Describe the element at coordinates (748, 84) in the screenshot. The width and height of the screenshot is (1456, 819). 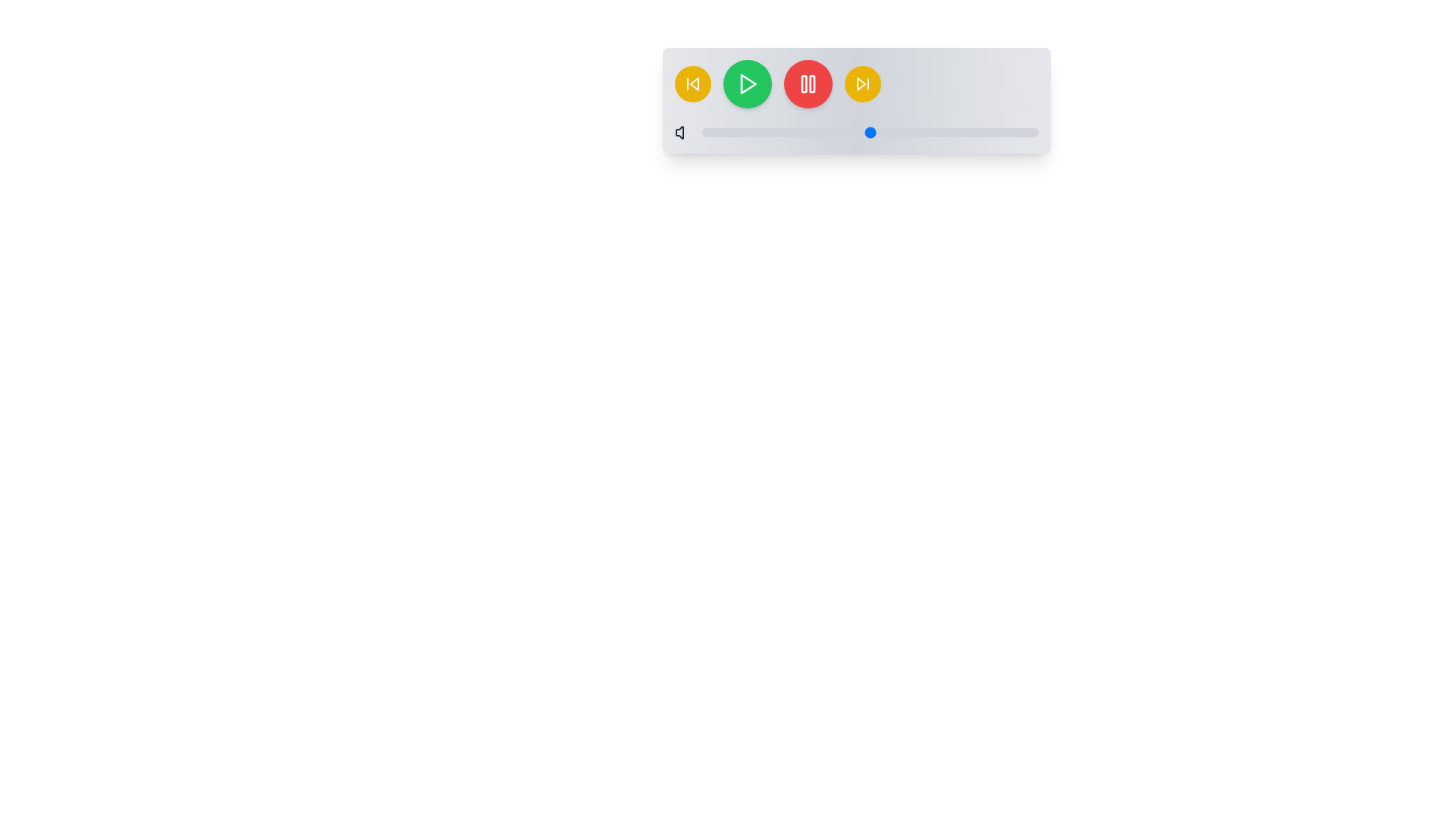
I see `the green triangular play button located on the audio control interface` at that location.